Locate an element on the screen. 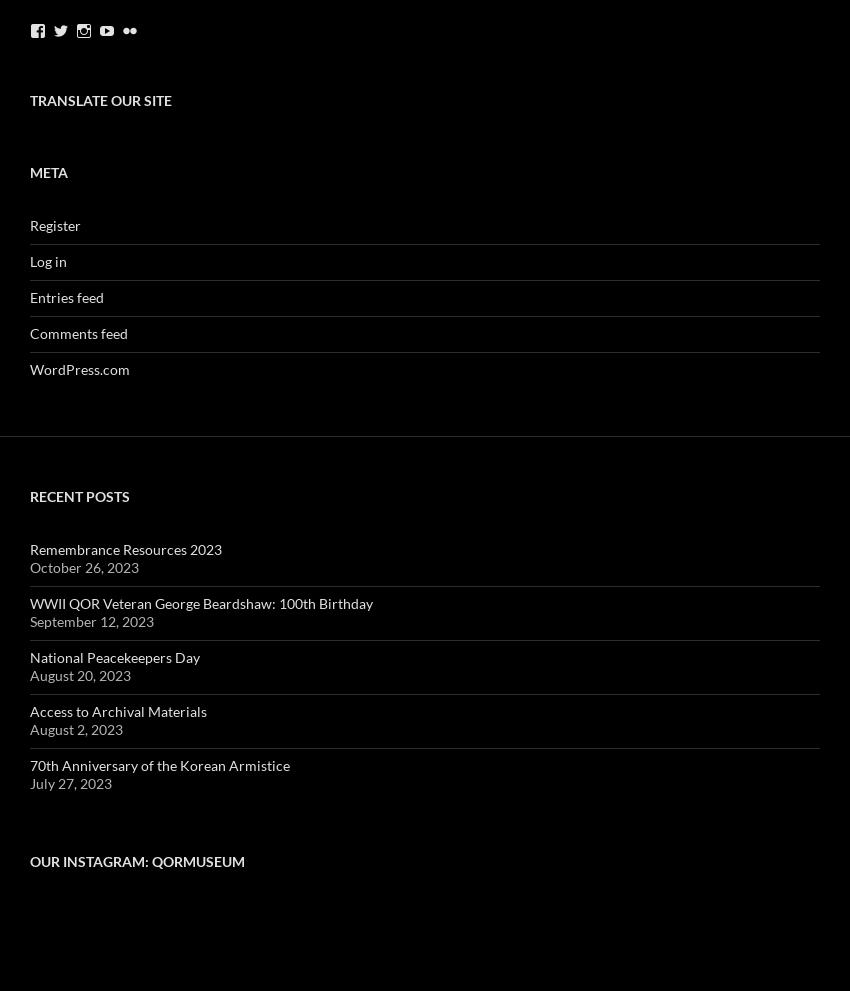  'Remembrance Resources 2023' is located at coordinates (29, 548).